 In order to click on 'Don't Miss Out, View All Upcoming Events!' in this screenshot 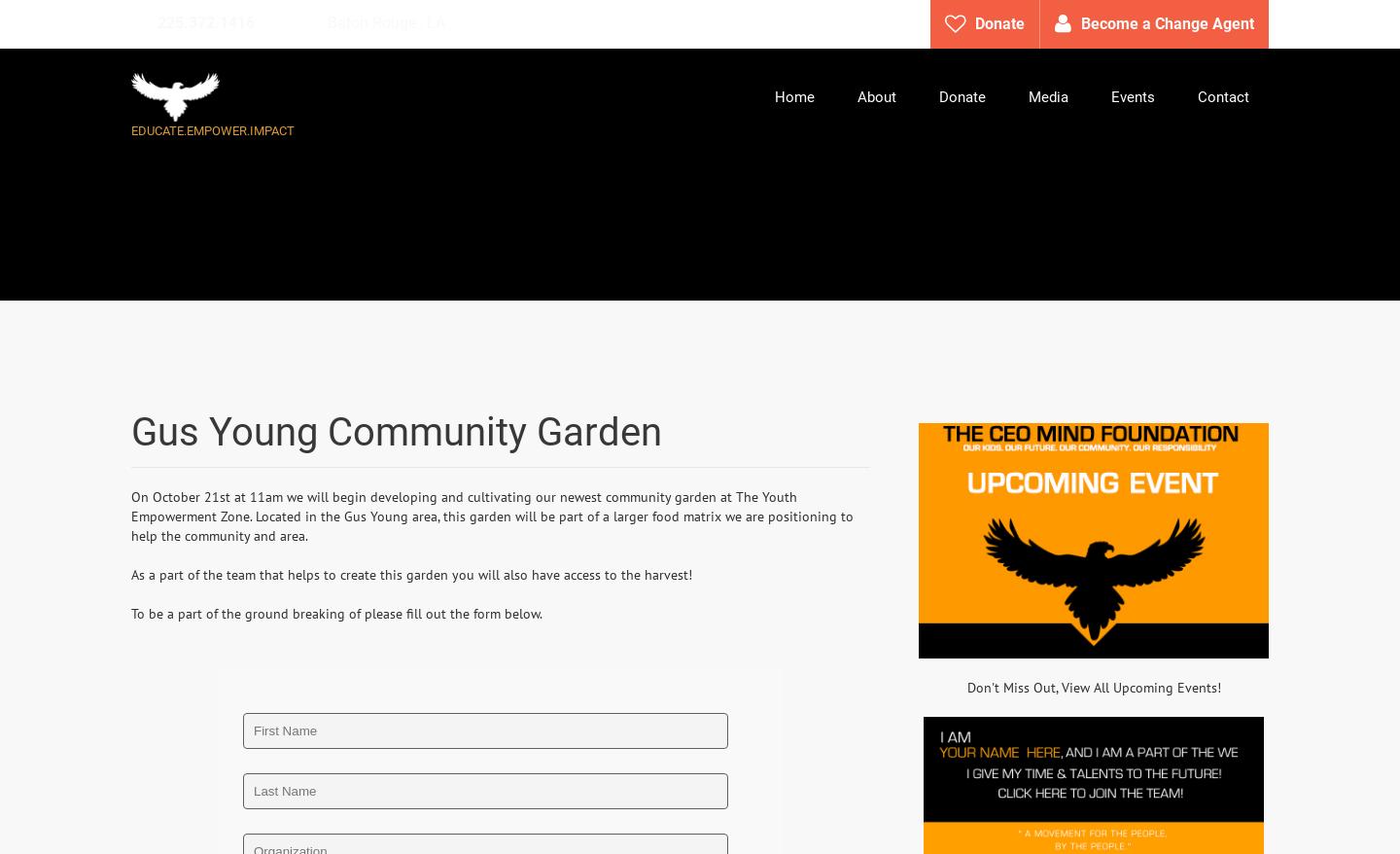, I will do `click(1092, 685)`.